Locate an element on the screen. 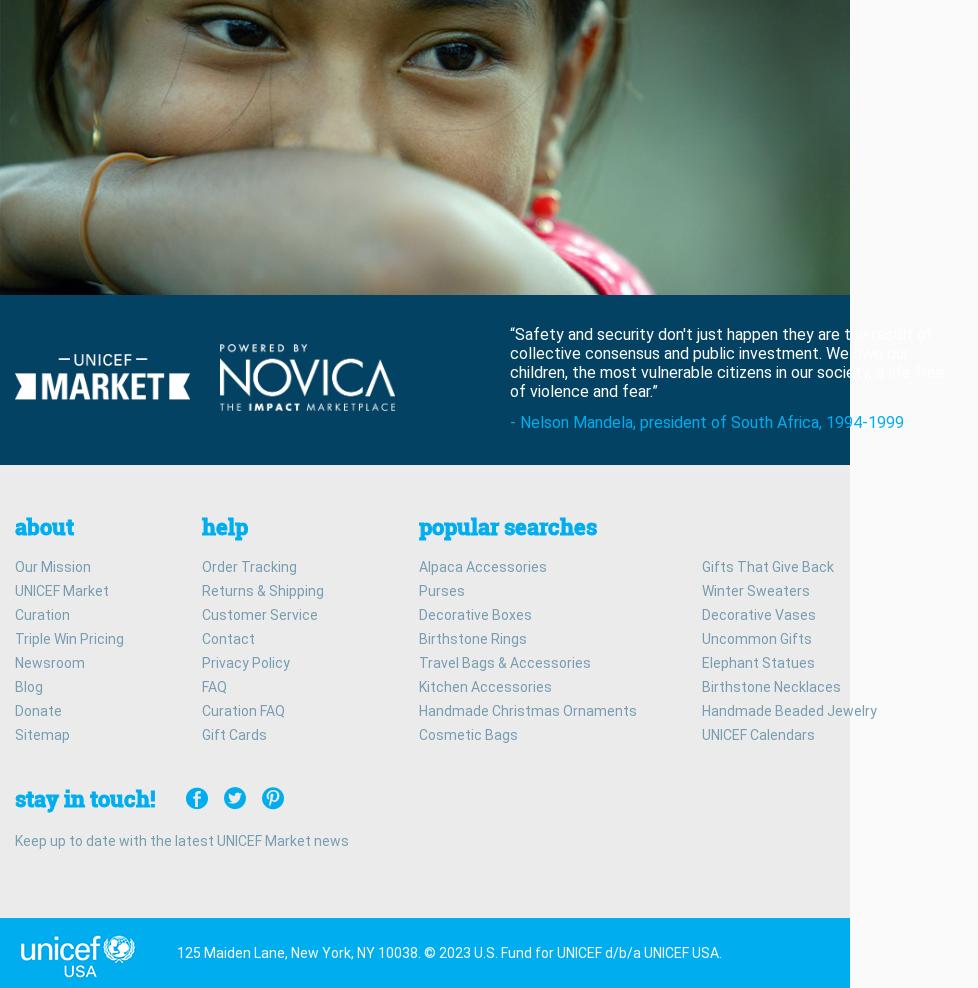  'Cosmetic Bags' is located at coordinates (467, 733).